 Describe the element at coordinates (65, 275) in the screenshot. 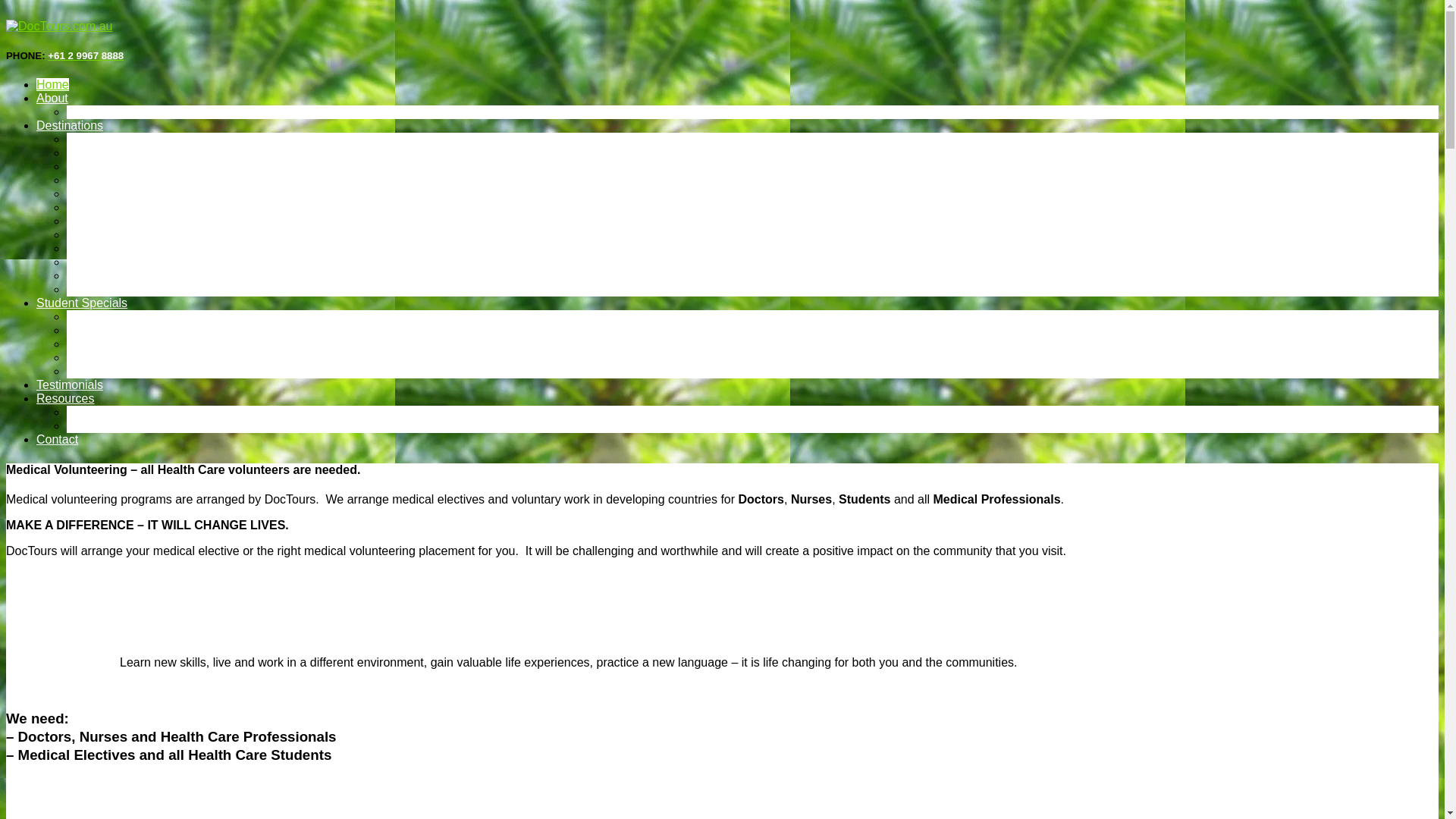

I see `'APPLY NOW'` at that location.